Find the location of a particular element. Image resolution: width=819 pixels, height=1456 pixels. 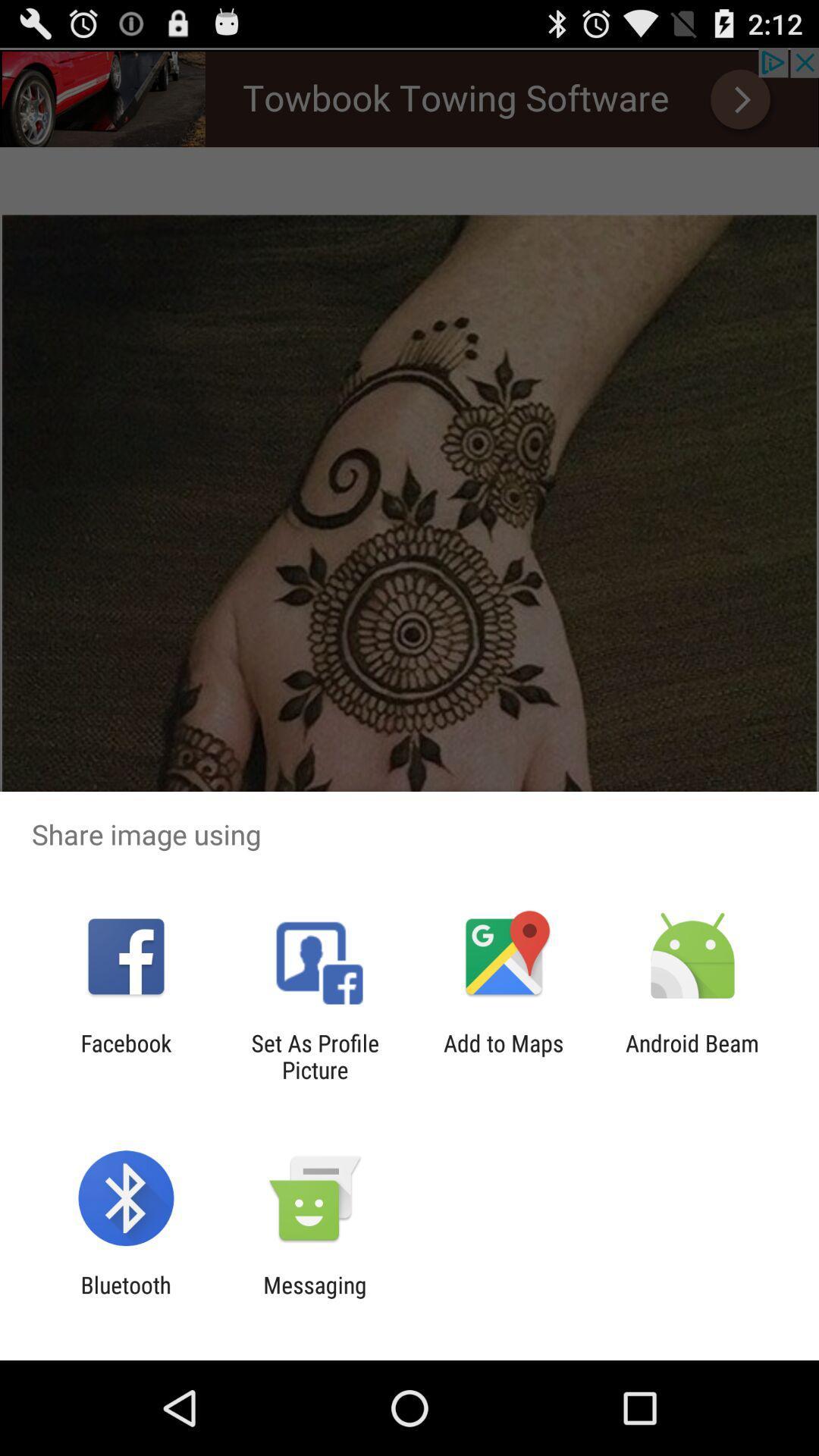

the messaging is located at coordinates (314, 1298).